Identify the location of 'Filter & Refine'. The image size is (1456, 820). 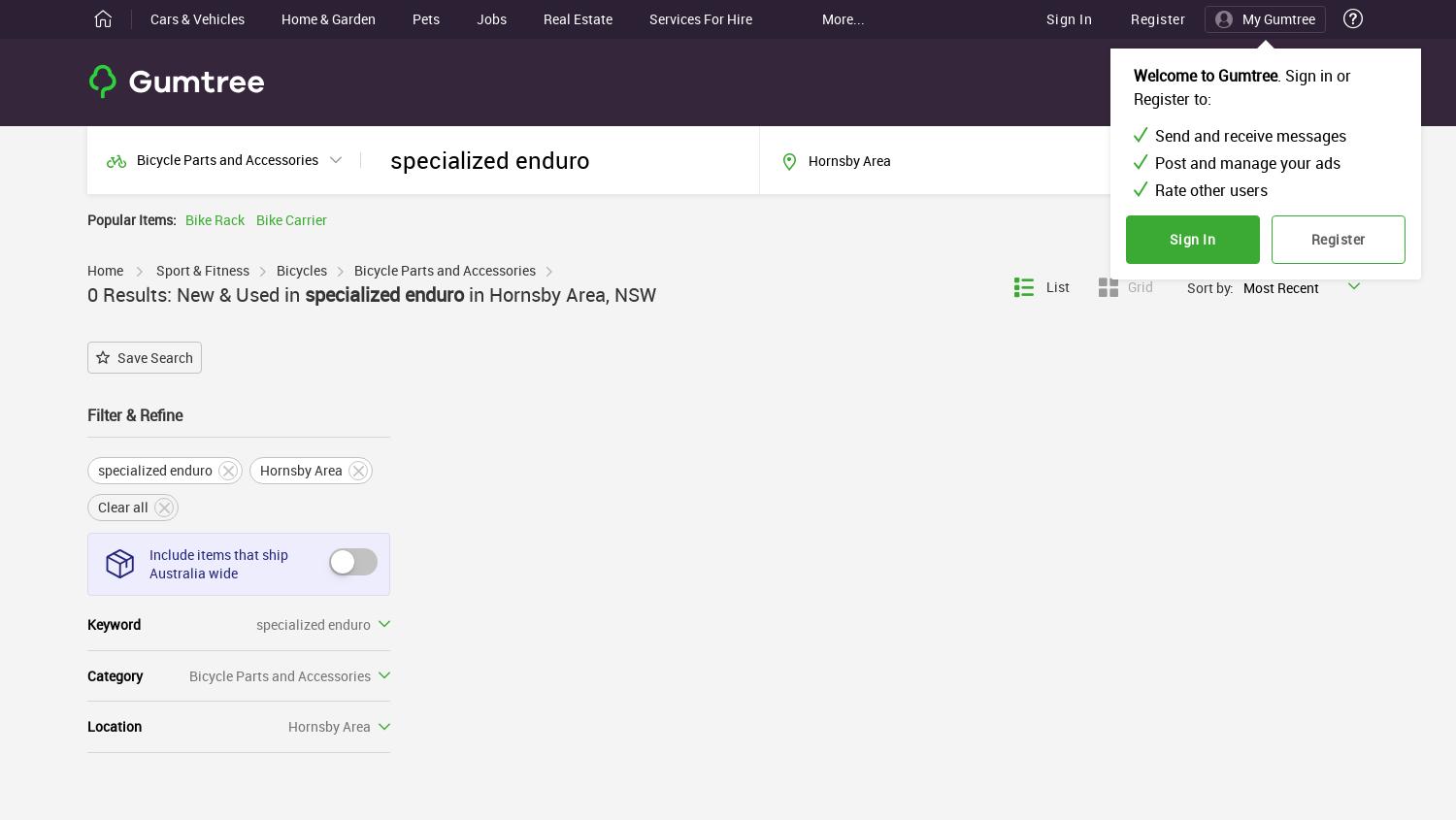
(135, 414).